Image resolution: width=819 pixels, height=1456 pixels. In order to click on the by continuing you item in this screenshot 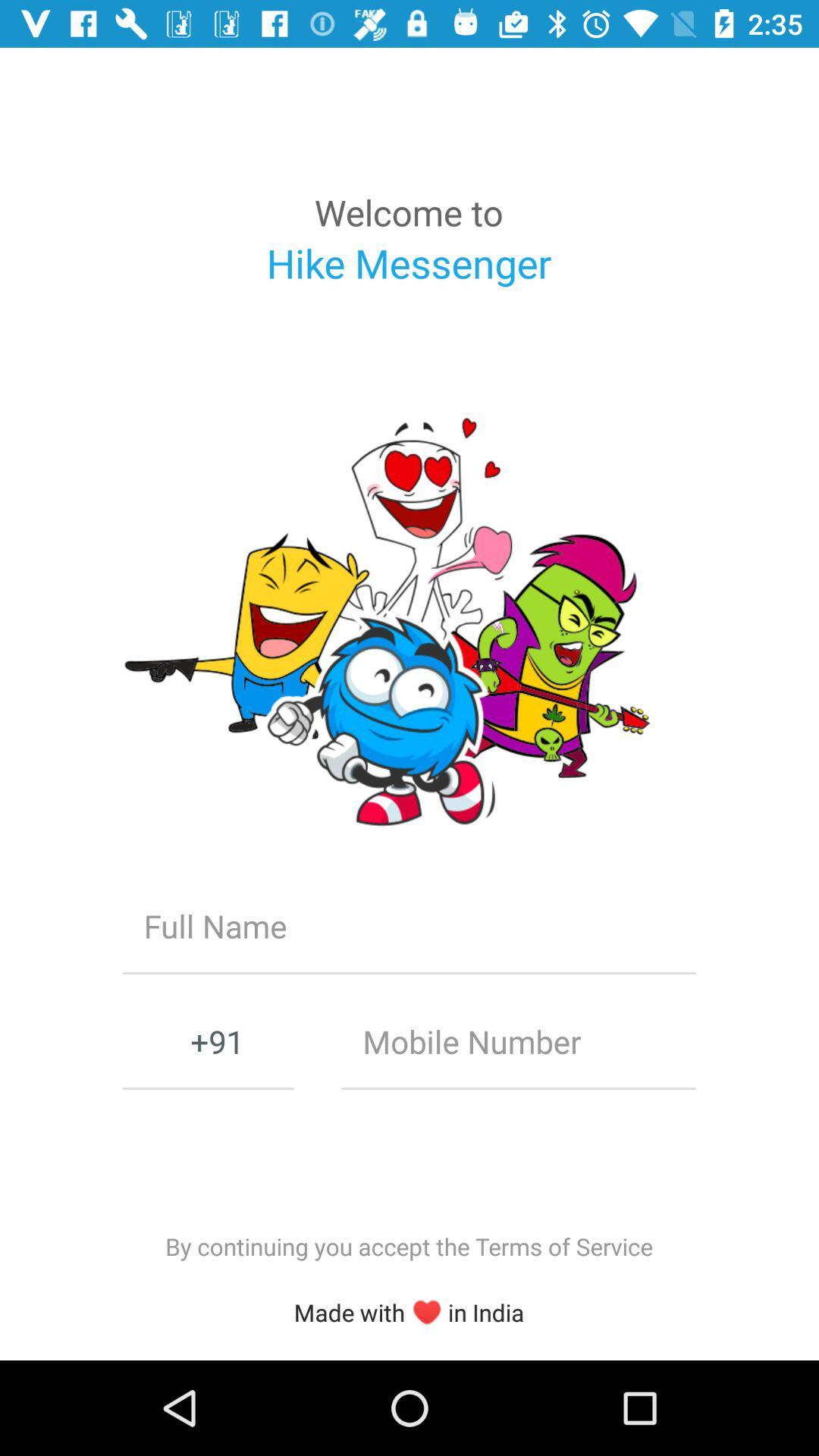, I will do `click(408, 1246)`.